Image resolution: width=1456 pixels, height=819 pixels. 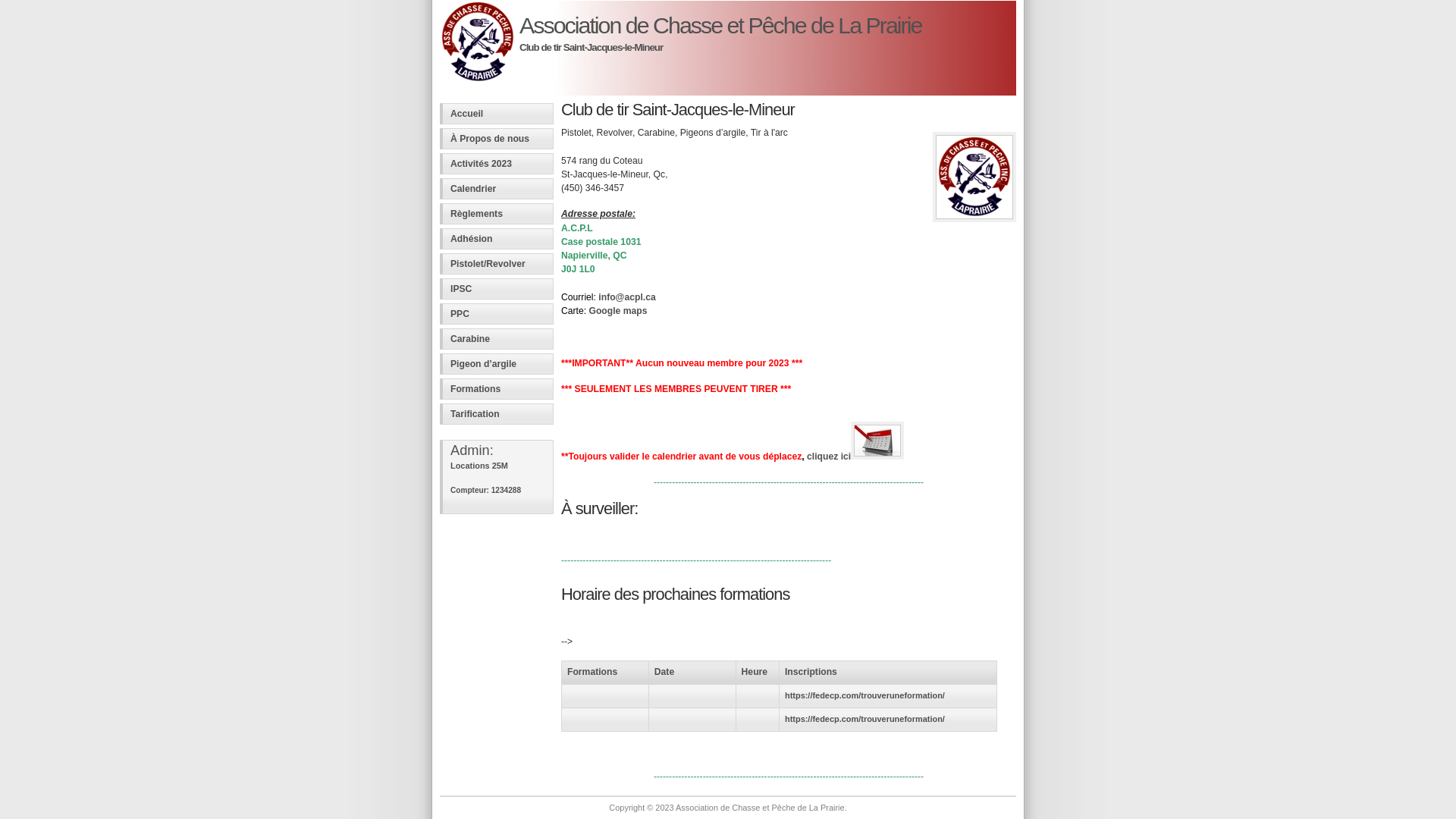 What do you see at coordinates (626, 297) in the screenshot?
I see `'info@acpl.ca'` at bounding box center [626, 297].